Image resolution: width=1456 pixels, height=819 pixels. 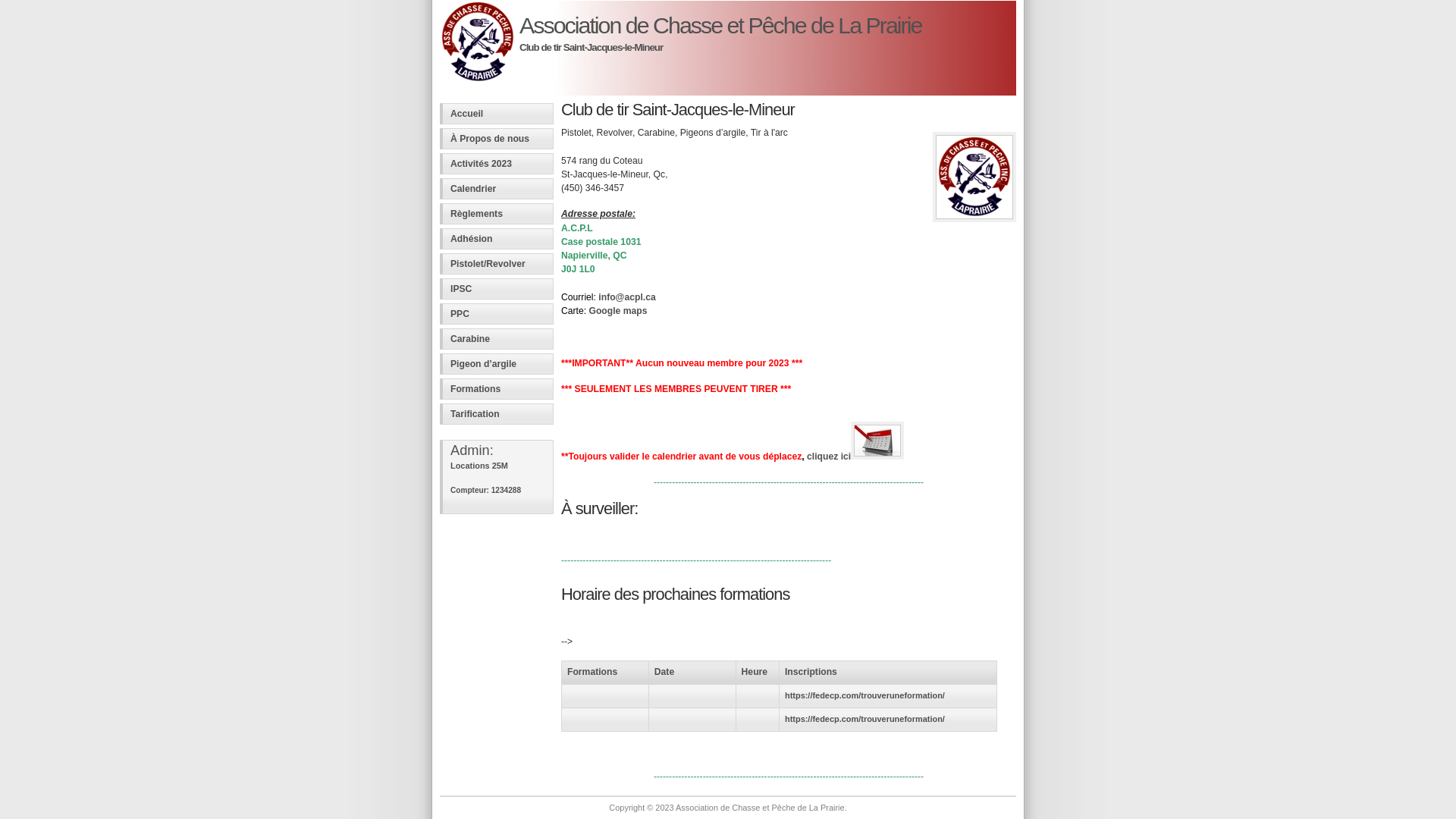 What do you see at coordinates (626, 297) in the screenshot?
I see `'info@acpl.ca'` at bounding box center [626, 297].